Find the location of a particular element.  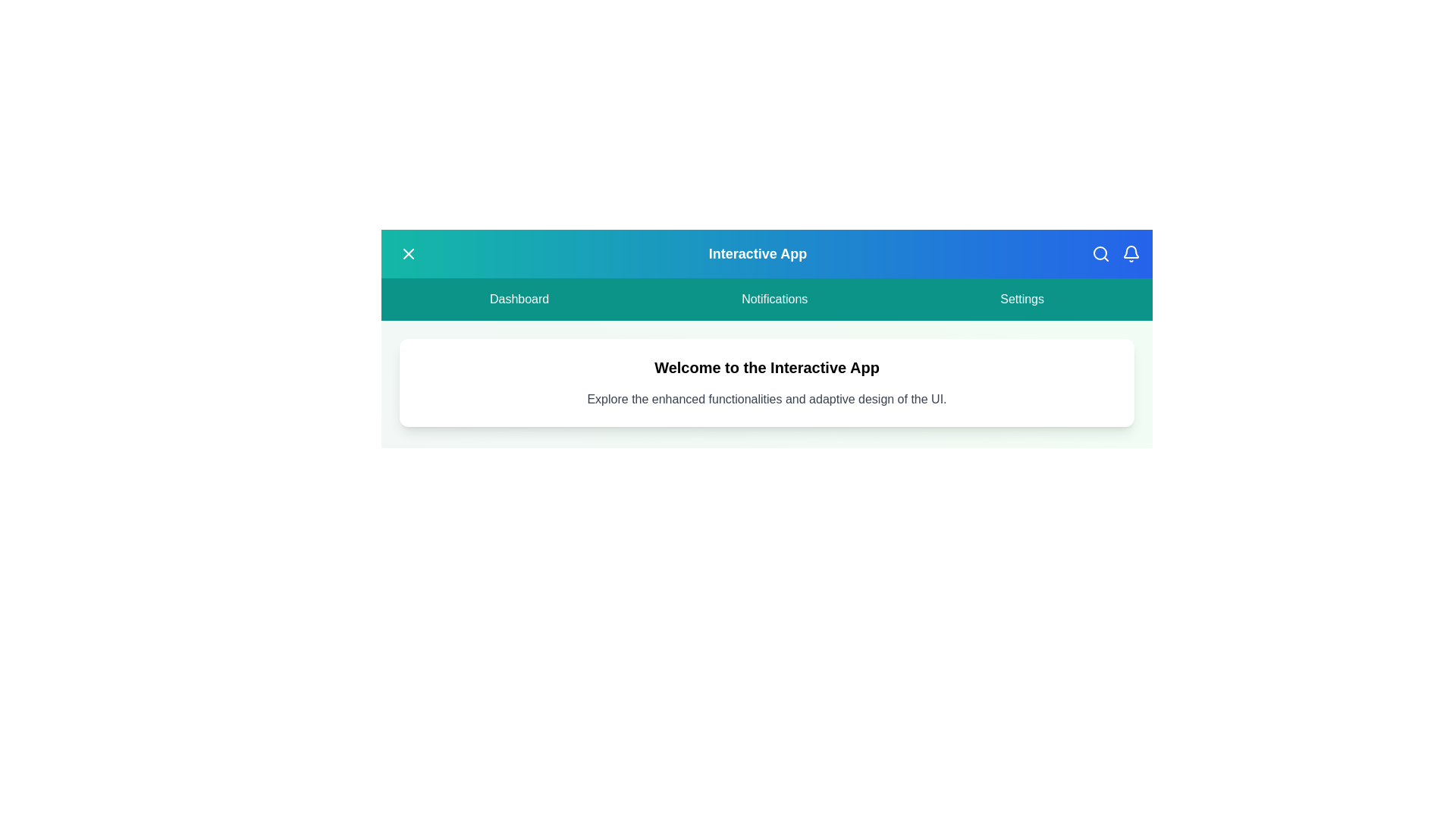

the 'Settings' link in the navigation bar is located at coordinates (1022, 299).